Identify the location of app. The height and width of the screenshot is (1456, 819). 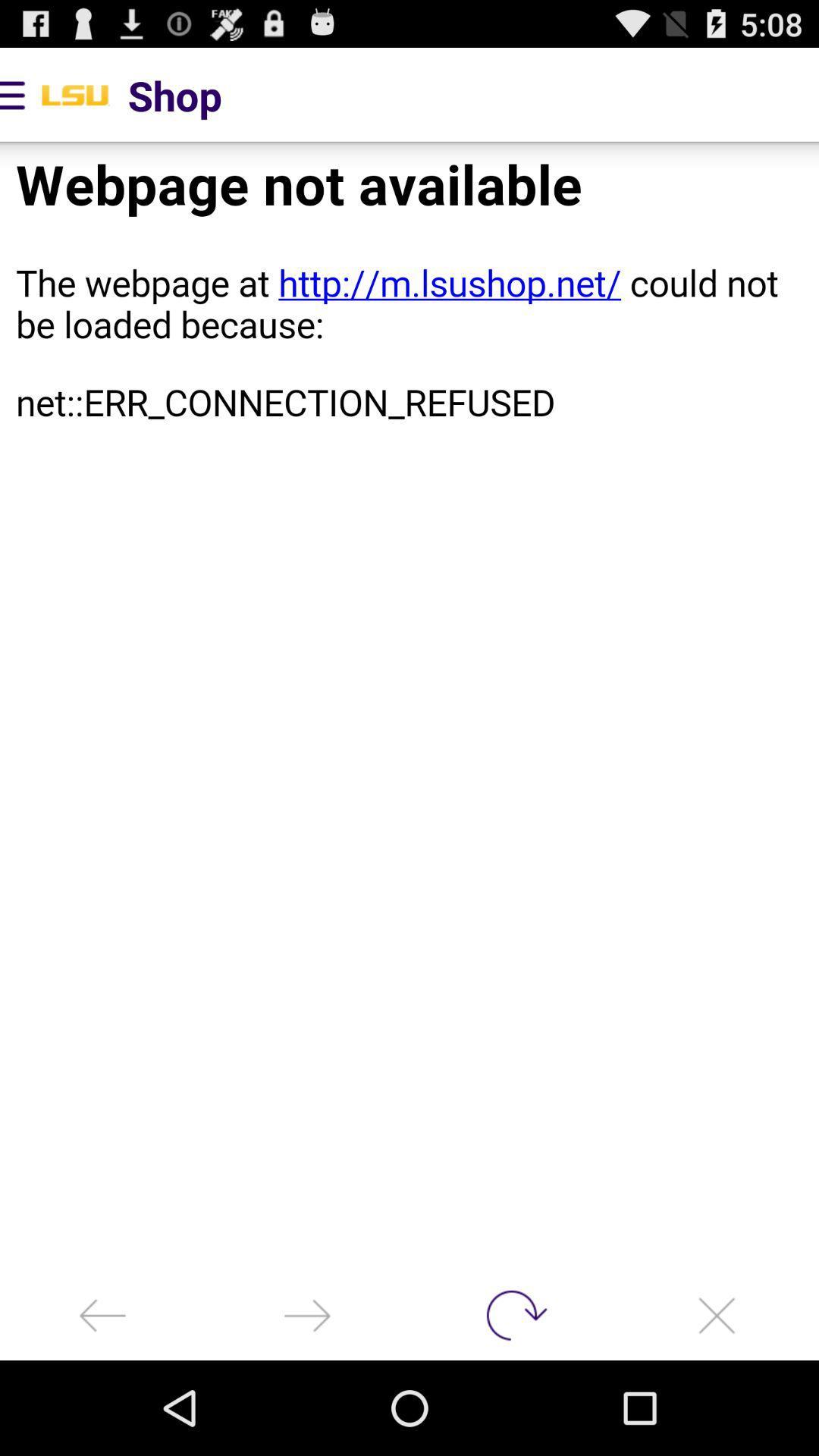
(717, 1314).